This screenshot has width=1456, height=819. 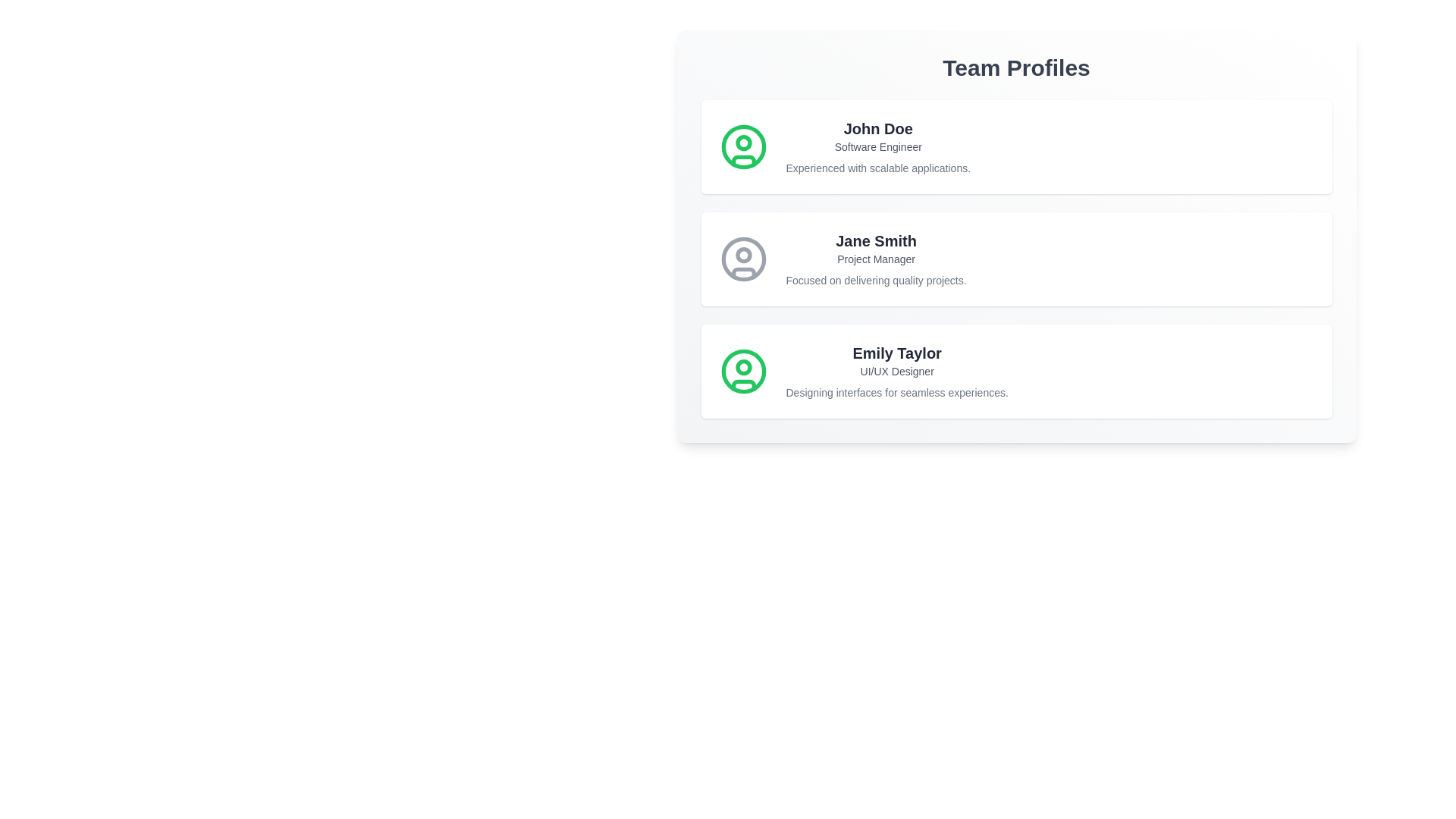 I want to click on the profile card of John Doe, so click(x=1016, y=146).